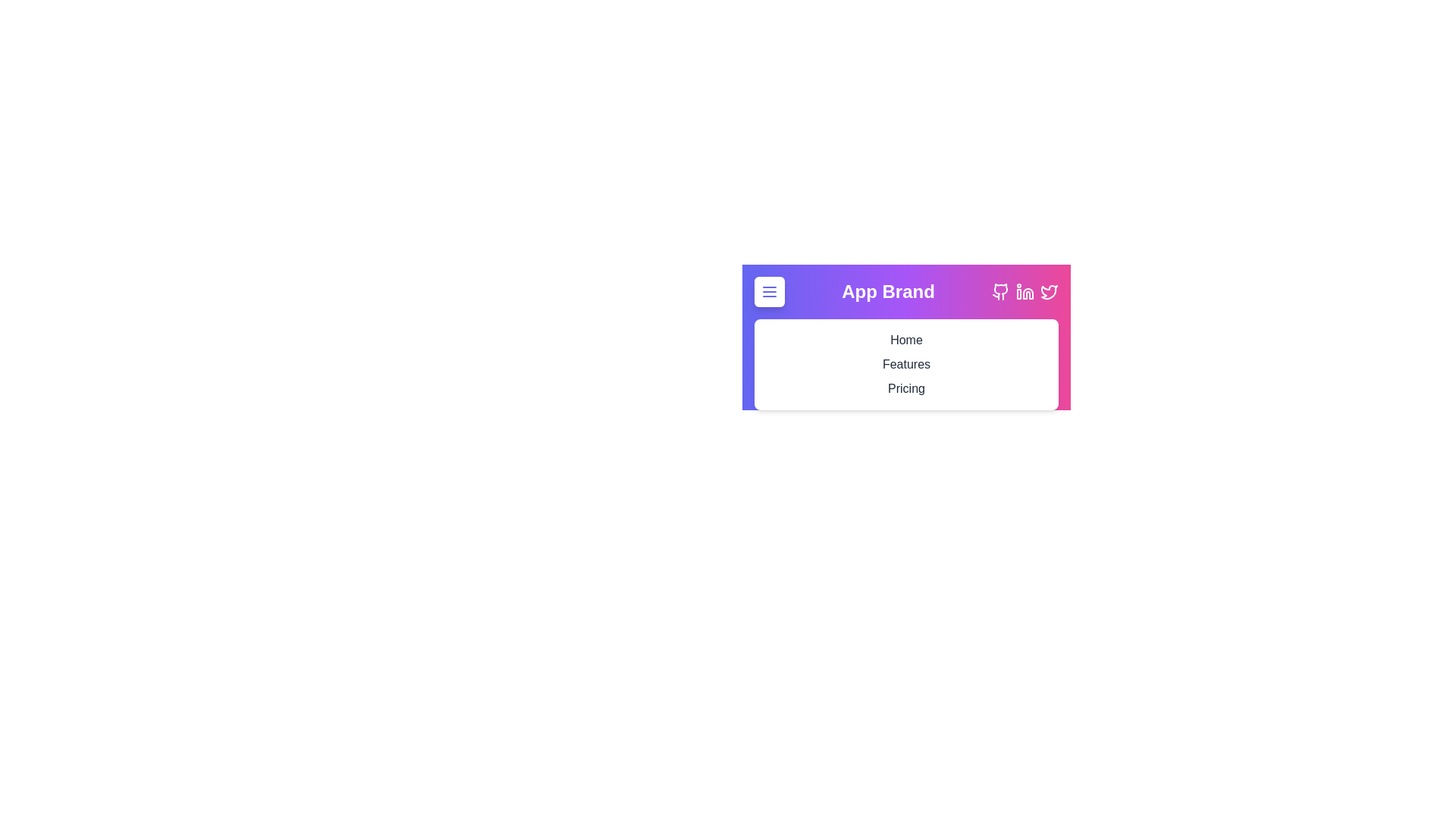  I want to click on the social media button for Twitter, so click(1048, 292).